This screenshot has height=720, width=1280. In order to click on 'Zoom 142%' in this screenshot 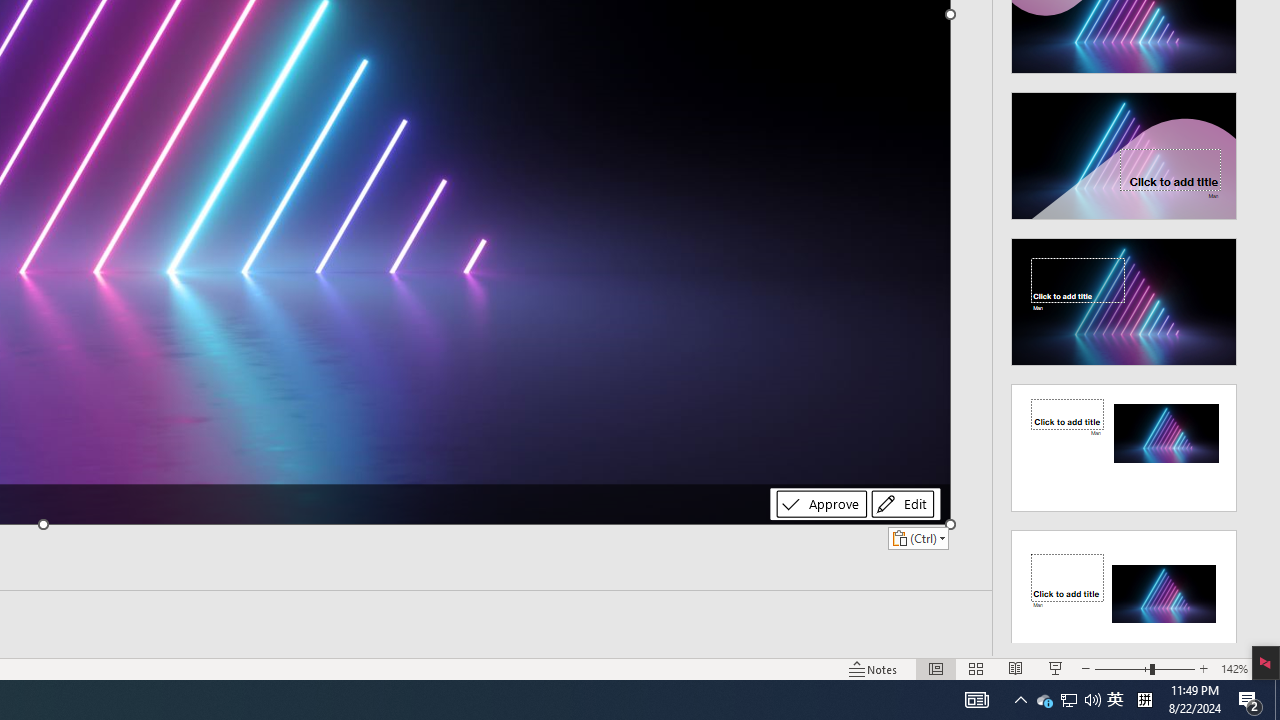, I will do `click(1233, 669)`.